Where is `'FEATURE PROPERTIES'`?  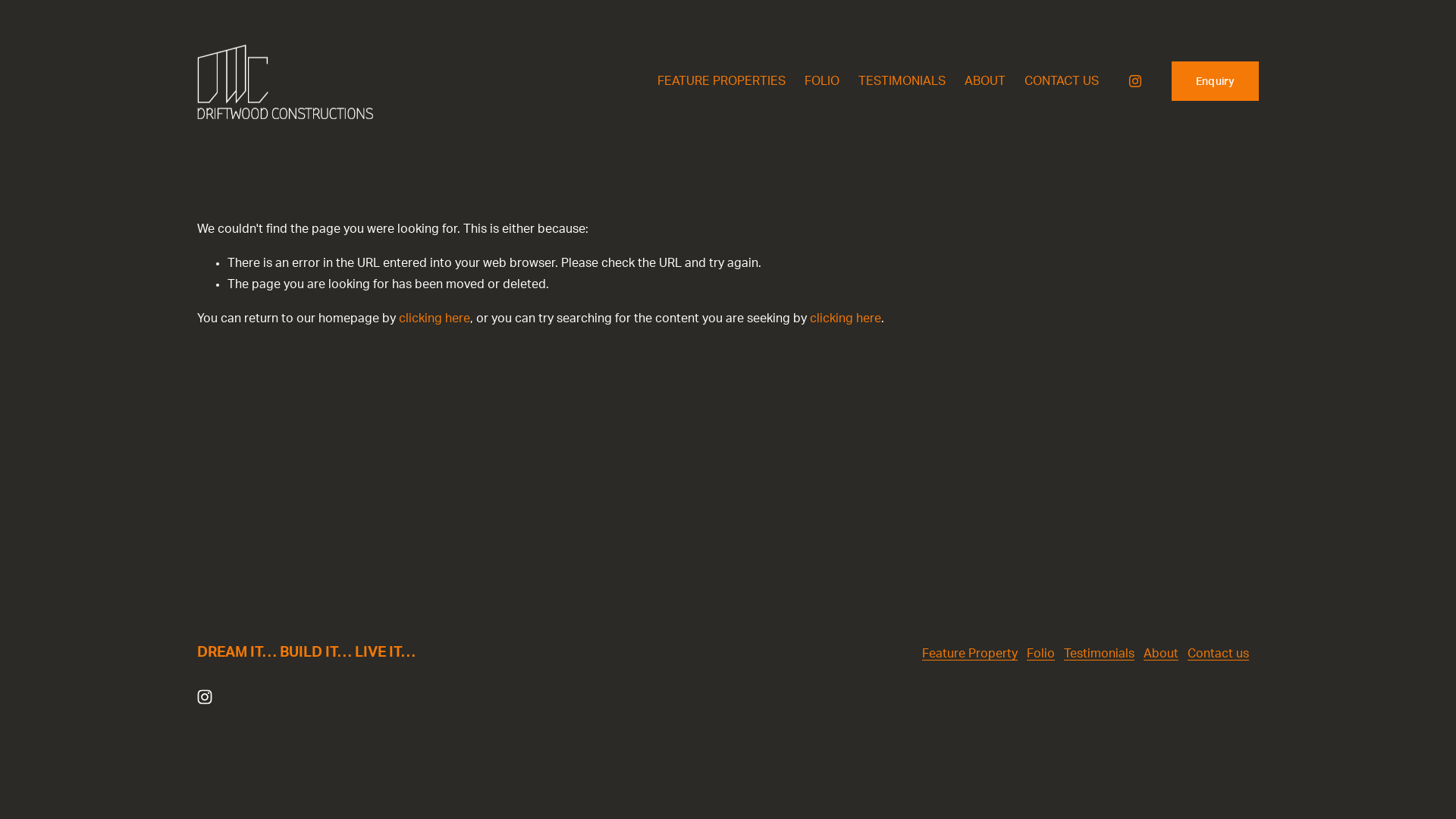 'FEATURE PROPERTIES' is located at coordinates (720, 81).